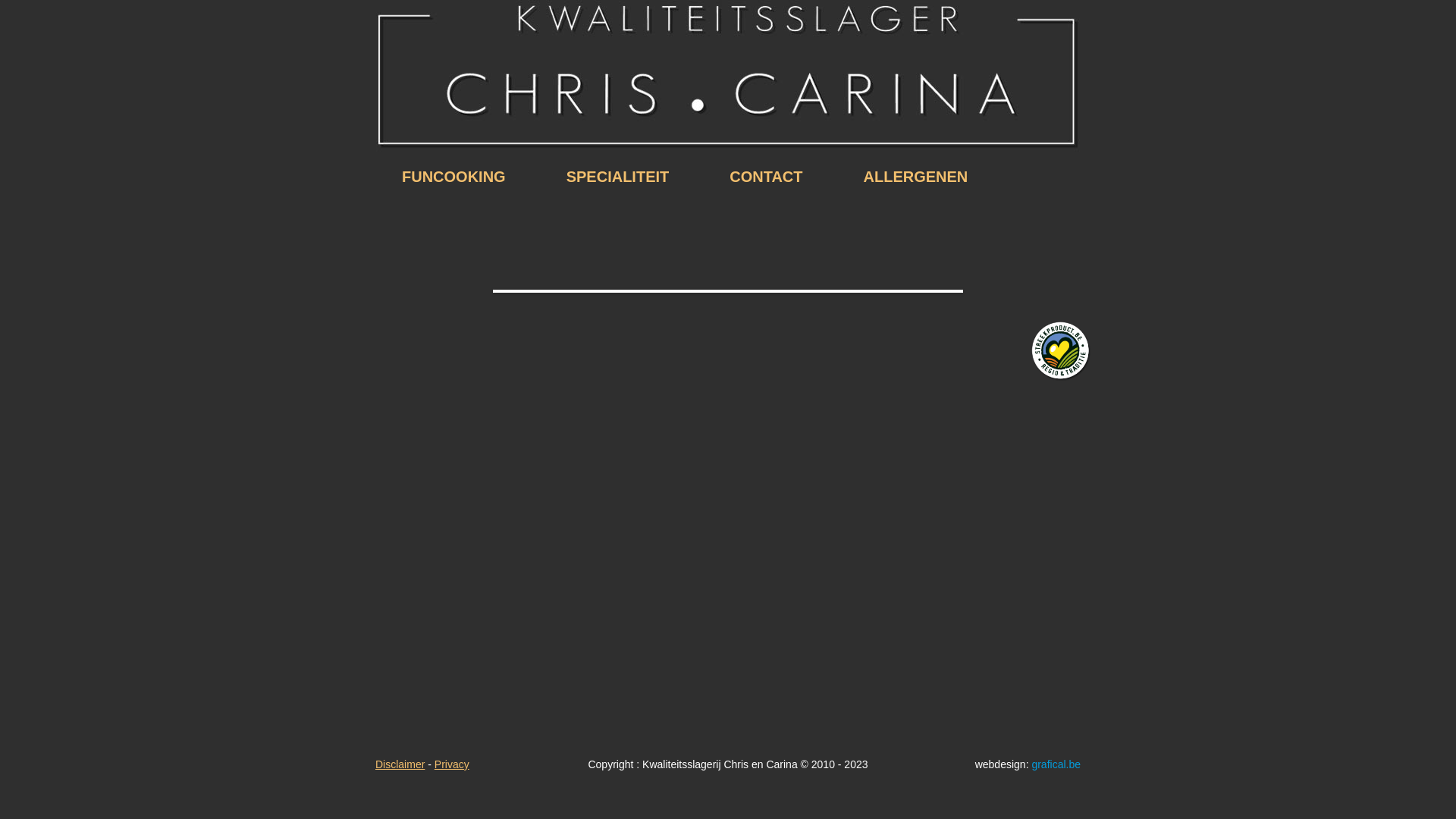 This screenshot has height=819, width=1456. I want to click on 'CONTACT', so click(765, 175).